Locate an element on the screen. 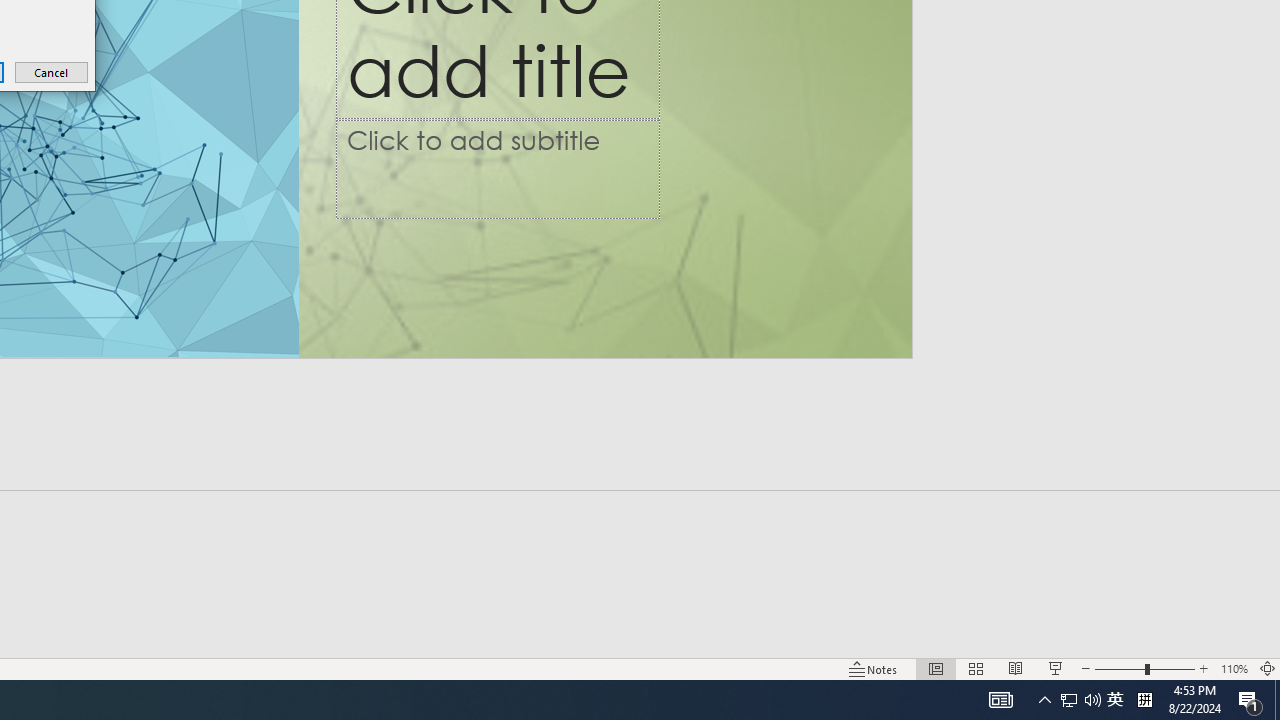  'Zoom 110%' is located at coordinates (1233, 669).